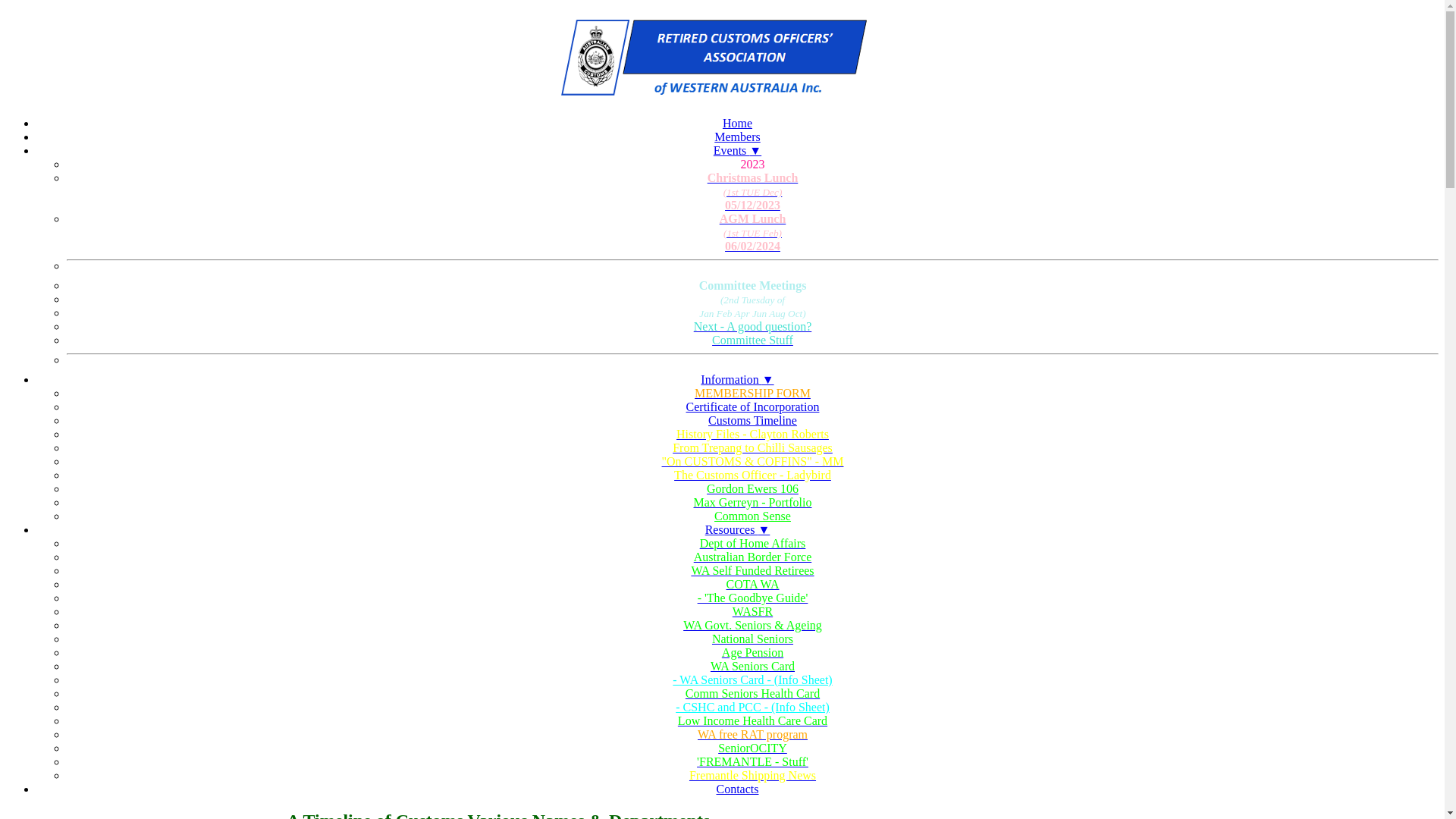 This screenshot has width=1456, height=819. I want to click on '"On CUSTOMS & COFFINS" - MM', so click(752, 461).